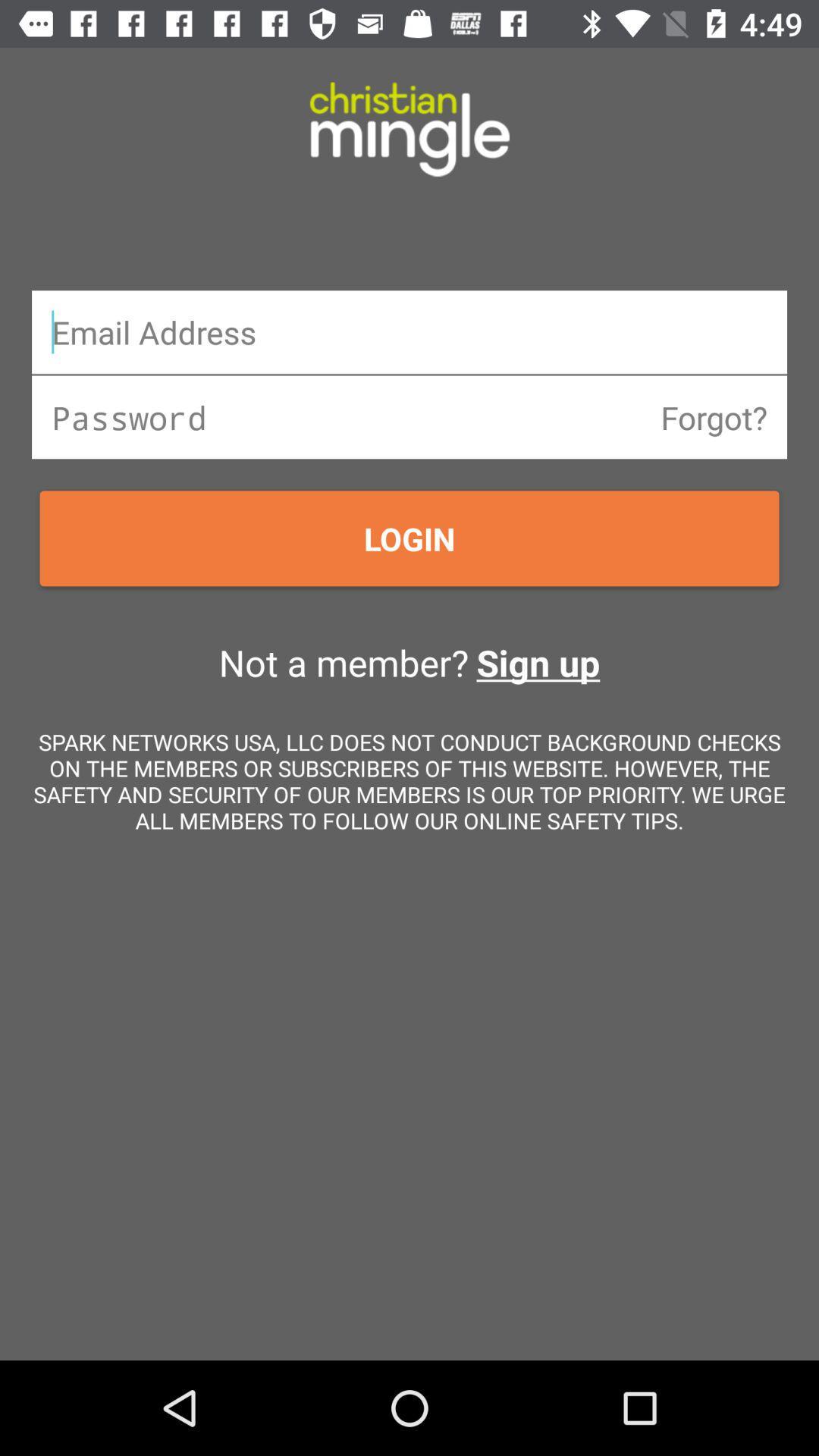 This screenshot has height=1456, width=819. I want to click on email address dialogue box, so click(409, 331).